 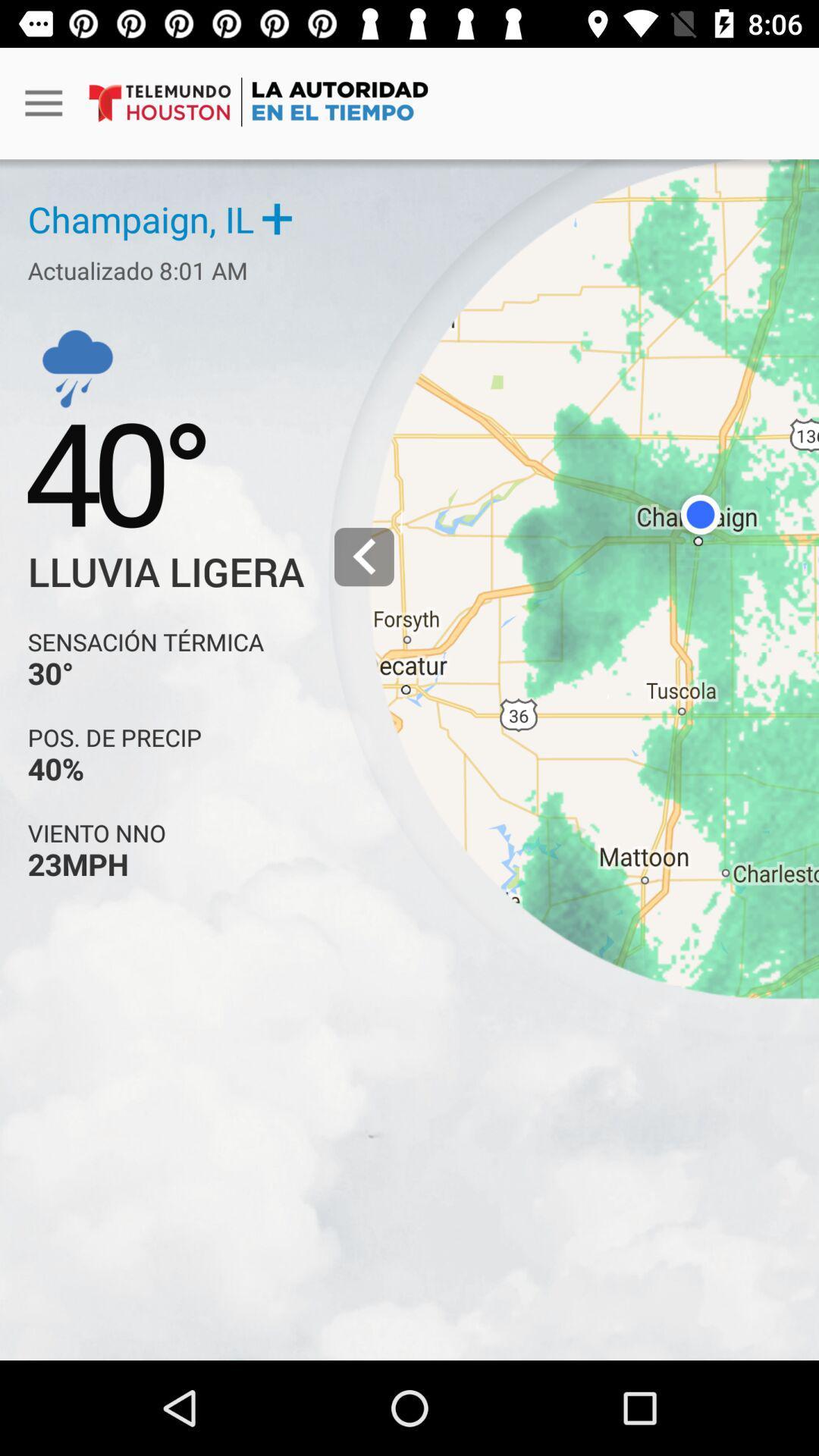 I want to click on champaign il, so click(x=160, y=218).